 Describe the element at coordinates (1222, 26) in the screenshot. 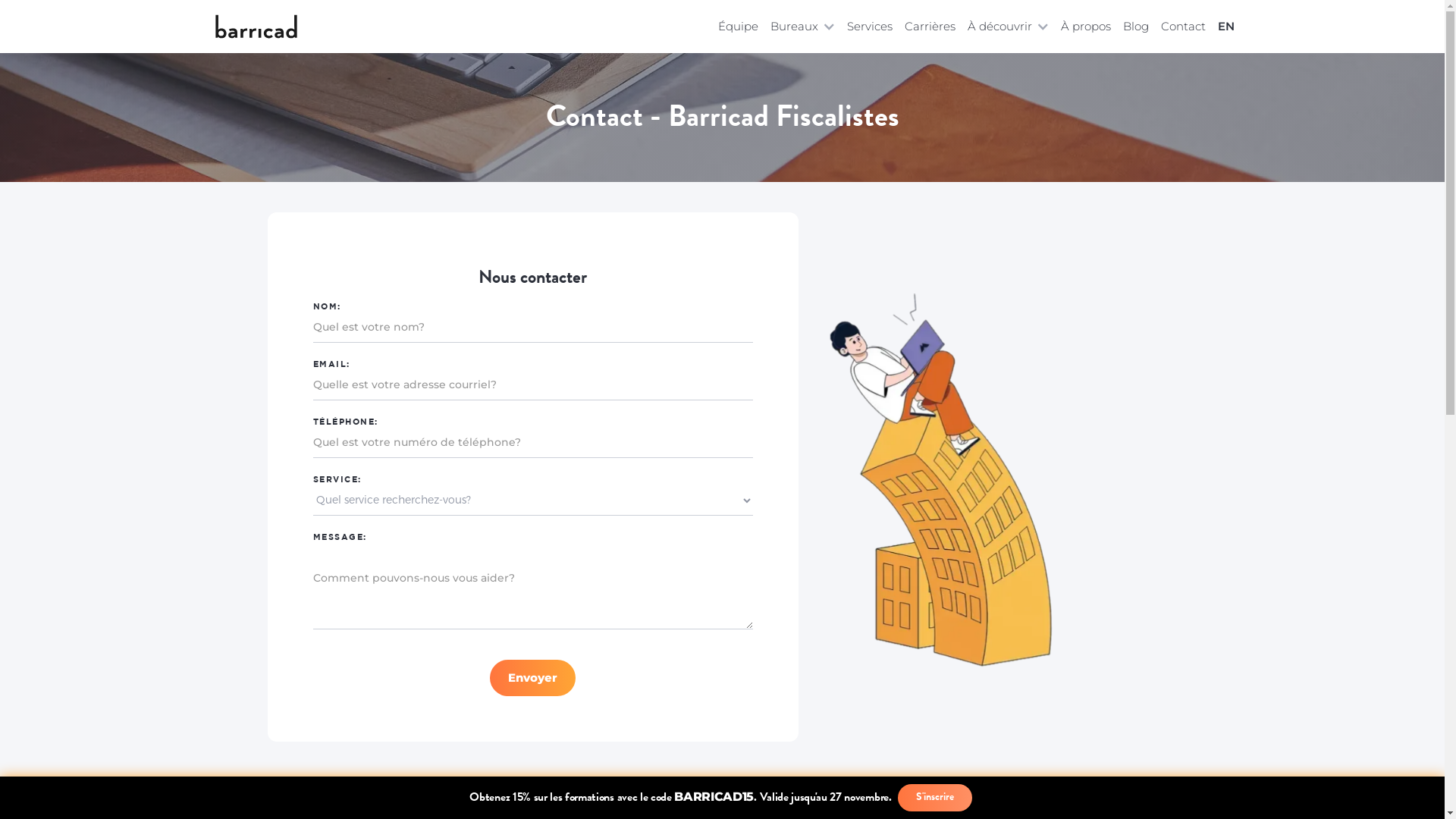

I see `'EN'` at that location.